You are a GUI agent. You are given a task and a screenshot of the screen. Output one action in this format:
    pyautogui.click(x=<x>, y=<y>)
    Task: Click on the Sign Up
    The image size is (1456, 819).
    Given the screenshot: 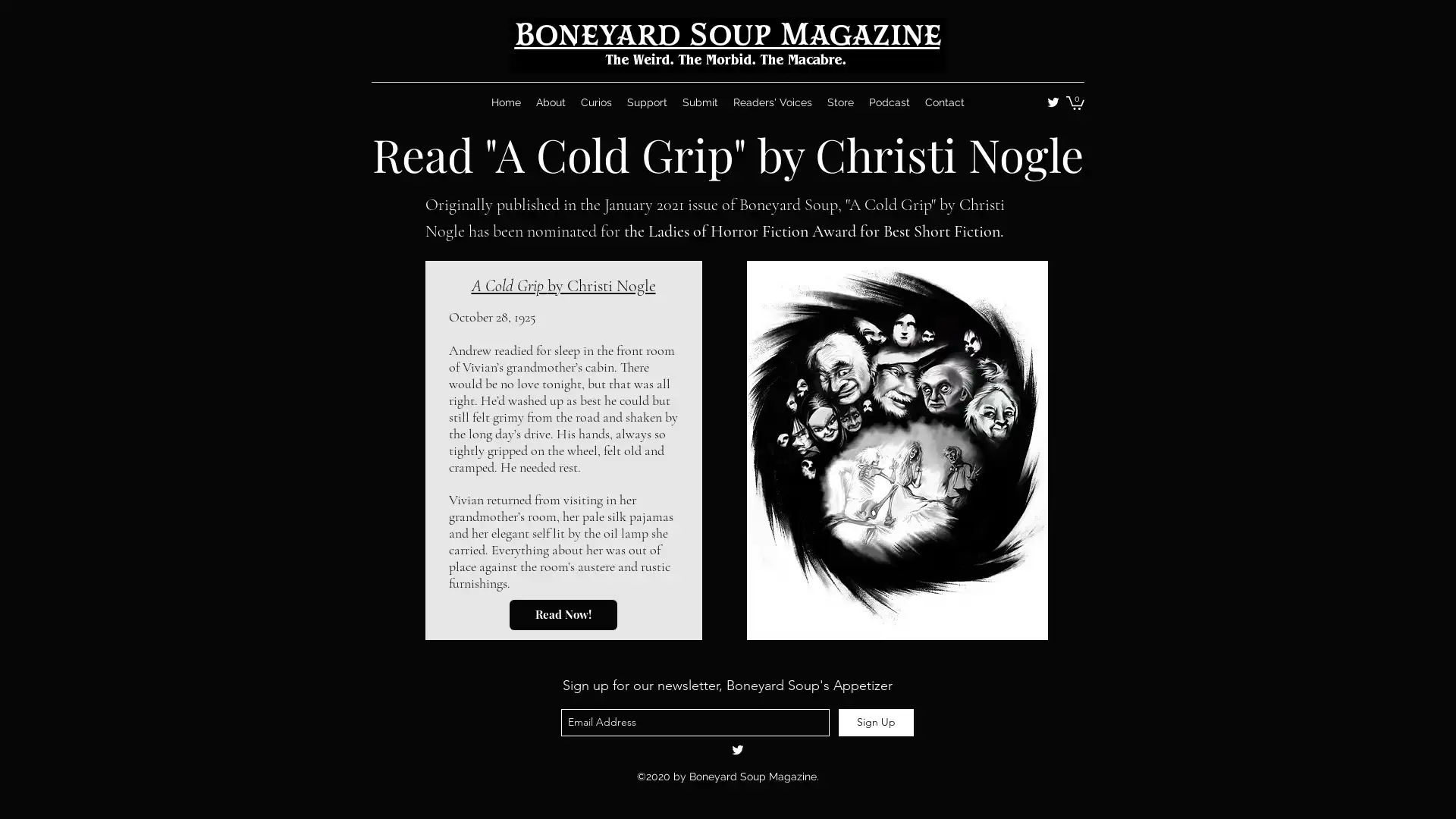 What is the action you would take?
    pyautogui.click(x=876, y=721)
    